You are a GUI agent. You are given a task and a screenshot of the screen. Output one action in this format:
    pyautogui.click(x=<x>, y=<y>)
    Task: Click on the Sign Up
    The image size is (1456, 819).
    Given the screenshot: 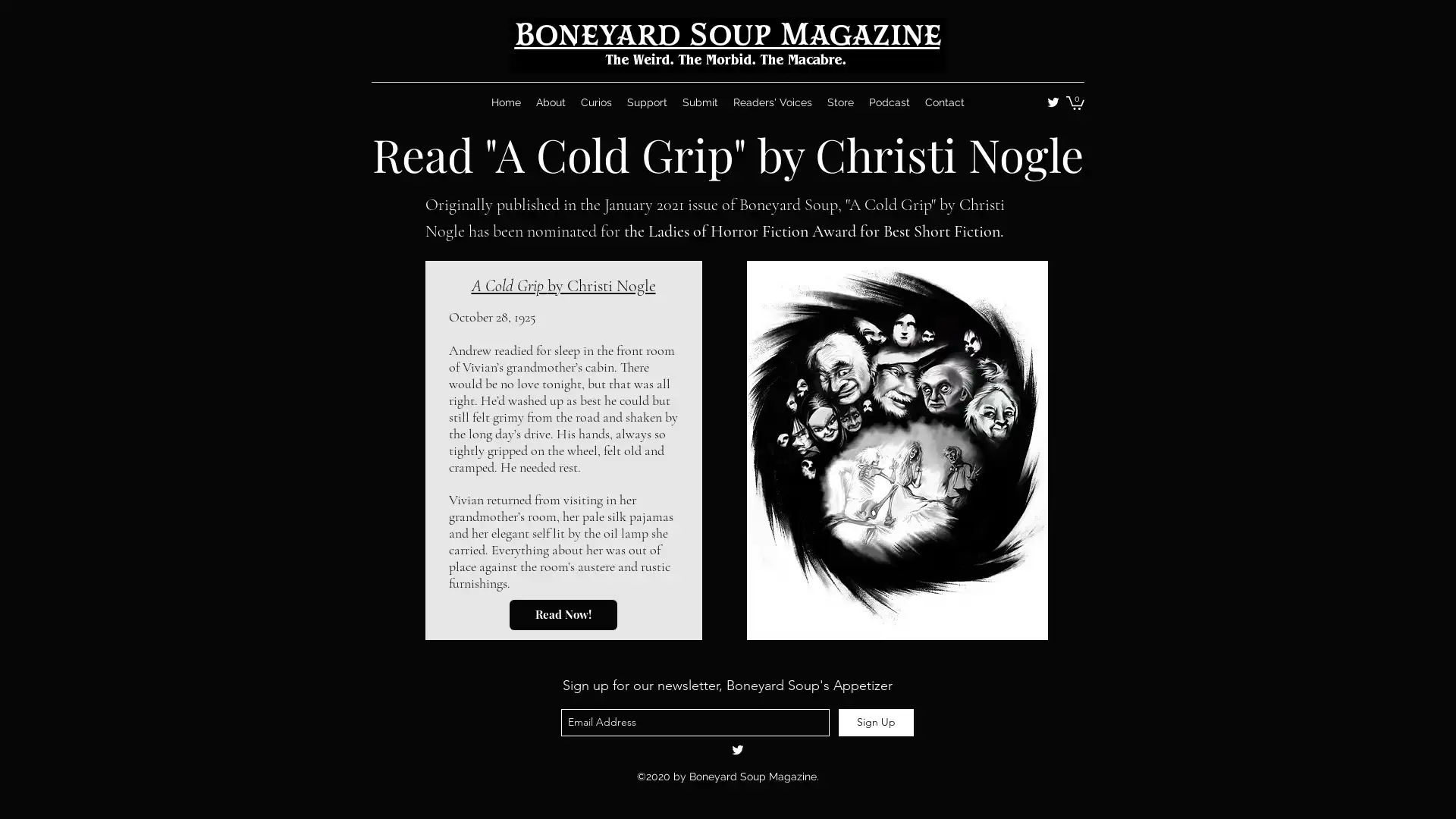 What is the action you would take?
    pyautogui.click(x=876, y=721)
    